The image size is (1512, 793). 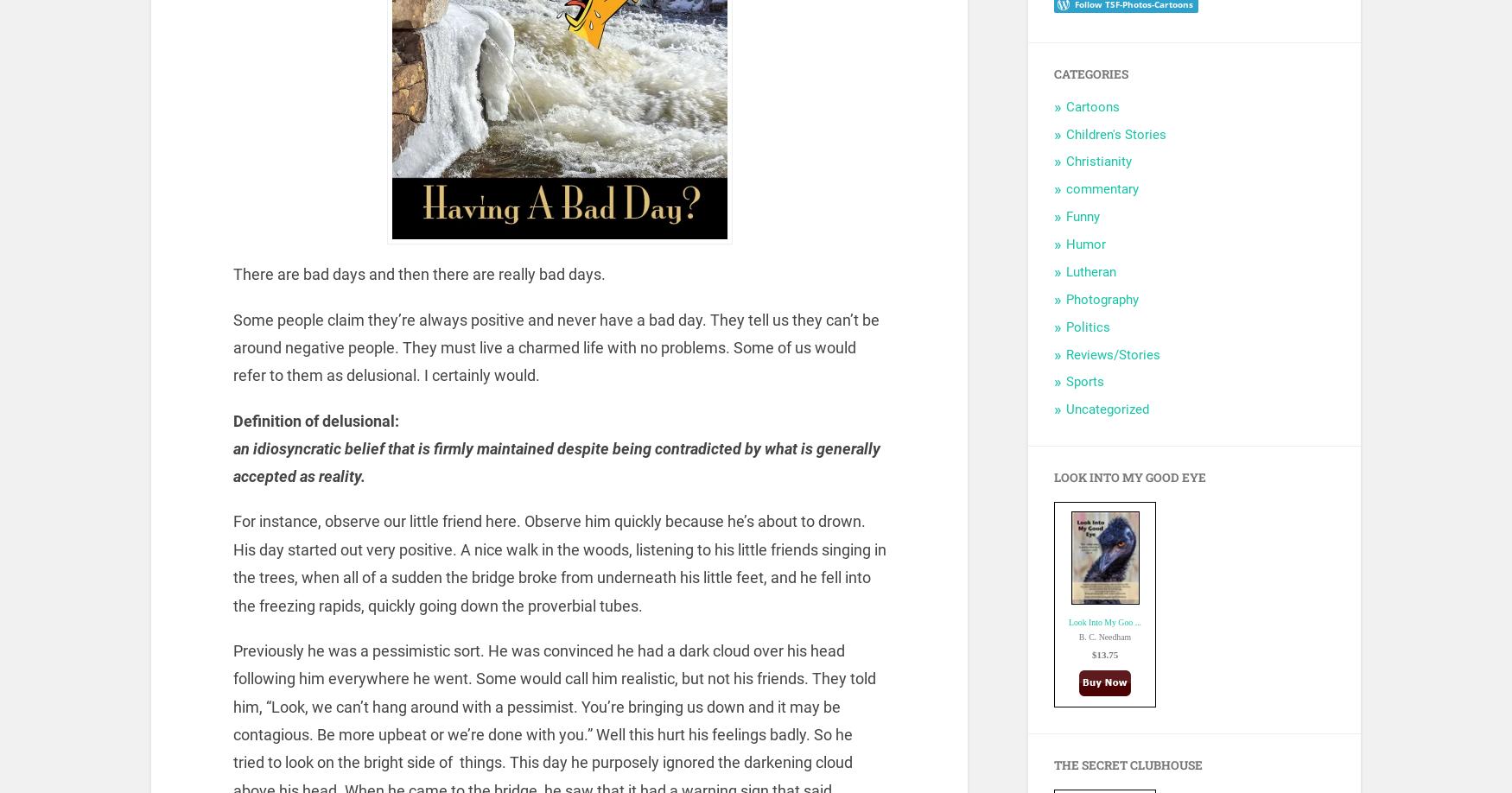 What do you see at coordinates (1103, 635) in the screenshot?
I see `'B. C. Needham'` at bounding box center [1103, 635].